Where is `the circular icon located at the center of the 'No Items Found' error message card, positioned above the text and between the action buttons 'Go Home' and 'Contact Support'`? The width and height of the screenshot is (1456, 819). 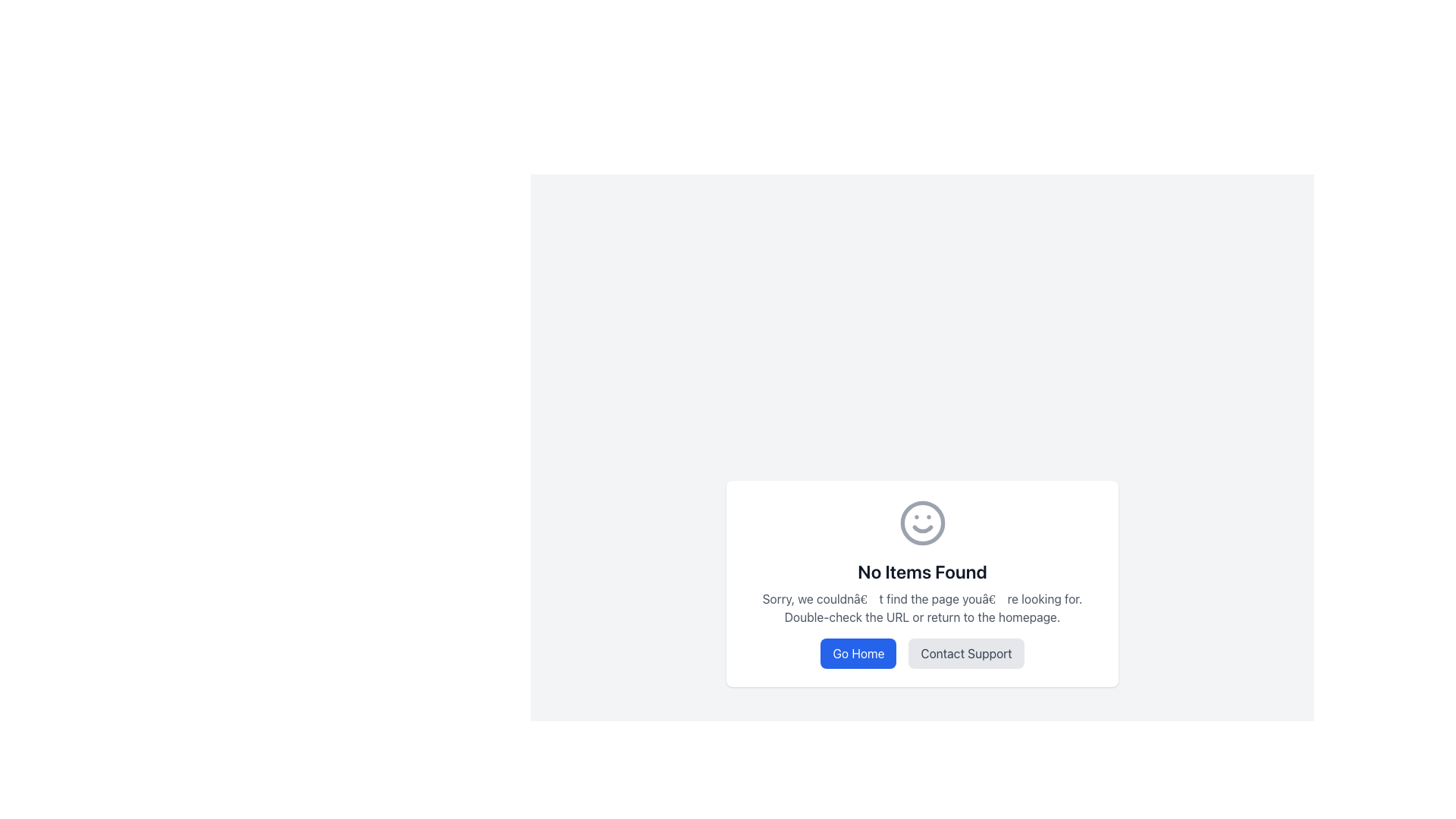
the circular icon located at the center of the 'No Items Found' error message card, positioned above the text and between the action buttons 'Go Home' and 'Contact Support' is located at coordinates (921, 522).